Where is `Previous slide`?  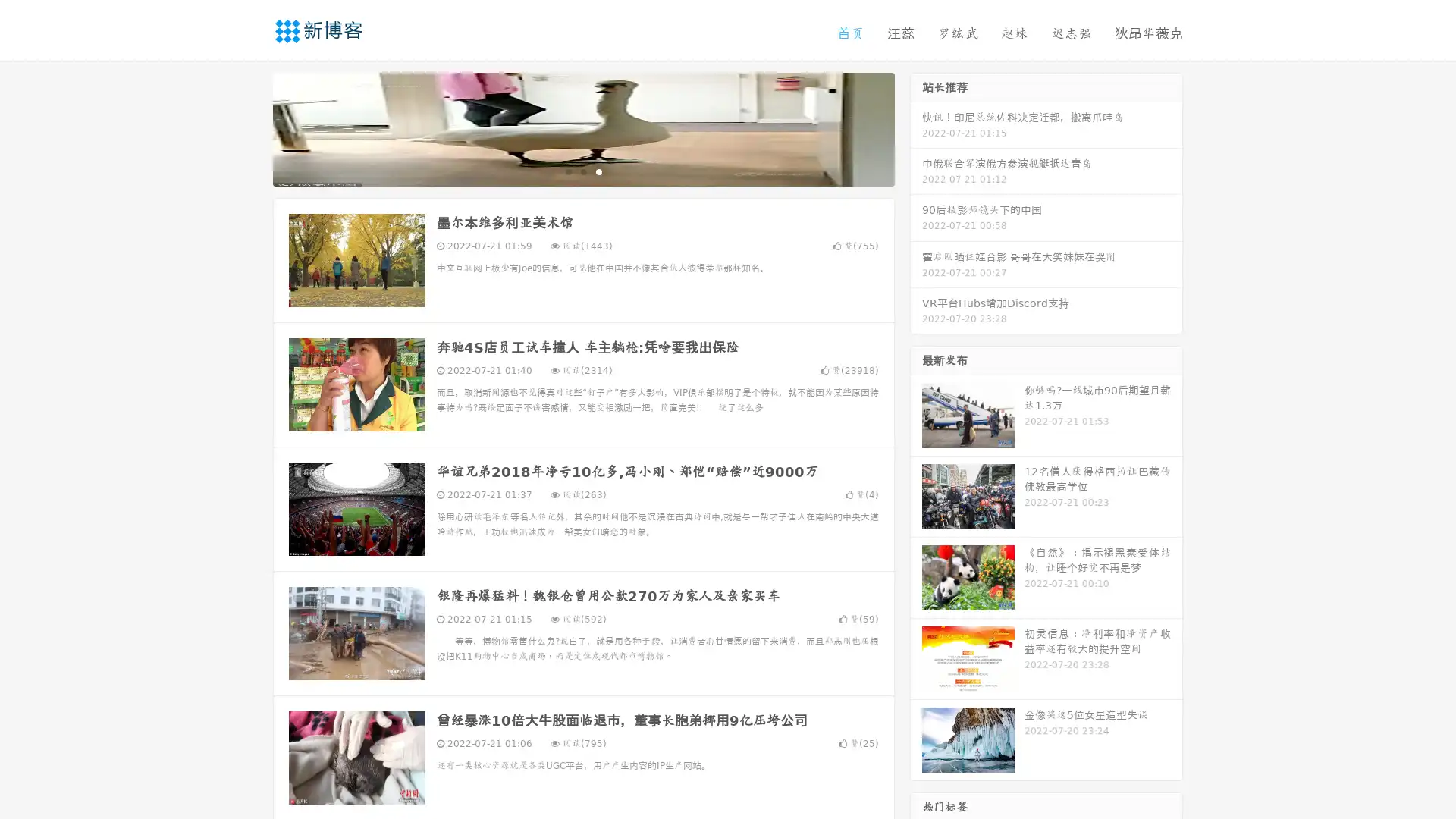 Previous slide is located at coordinates (250, 127).